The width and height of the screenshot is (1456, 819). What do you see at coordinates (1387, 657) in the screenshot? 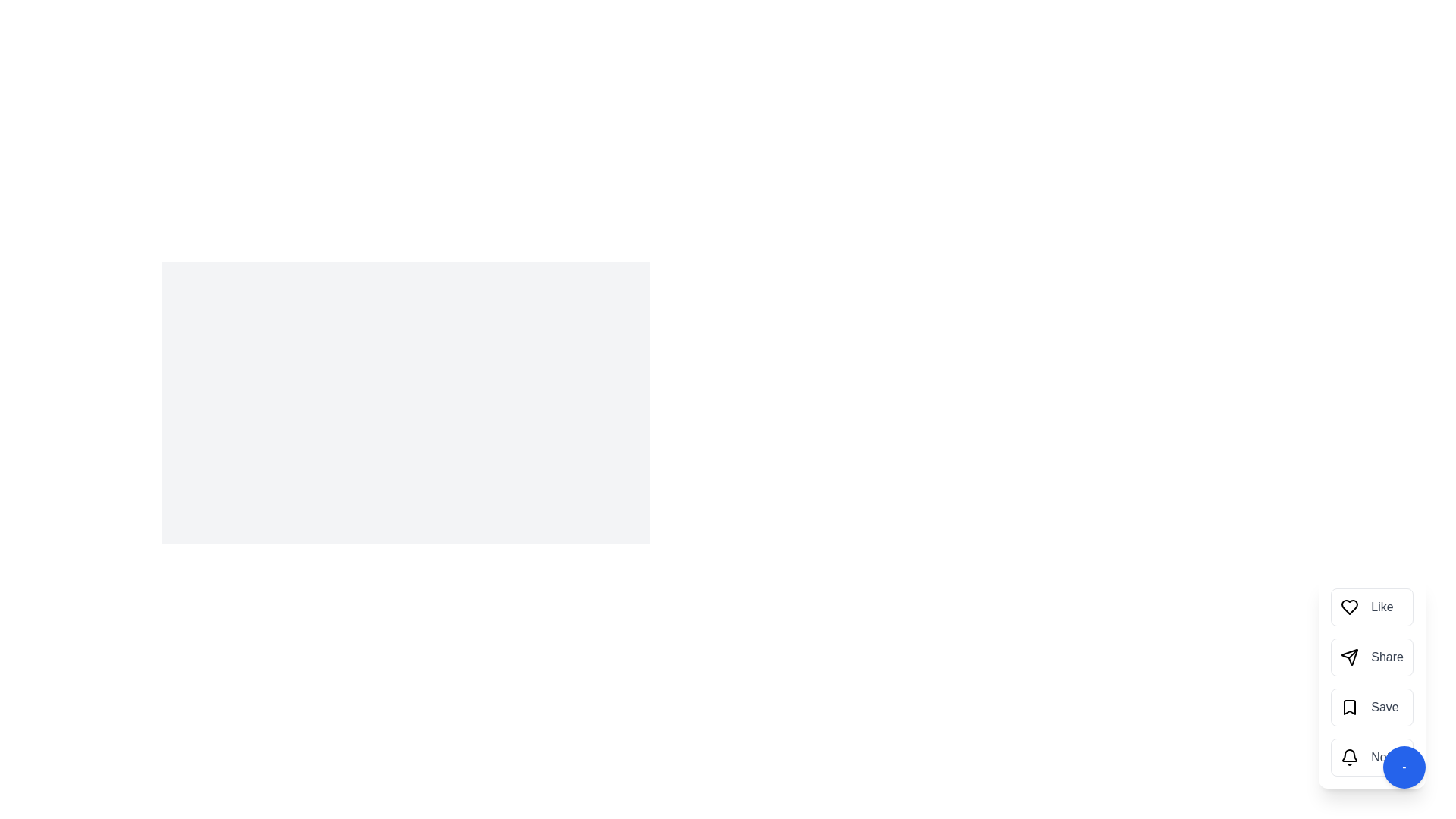
I see `the 'Share' button which displays the label 'Share' and is located in the second slot from the top in a vertical list of buttons on the right side of the interface, next to a paper plane icon` at bounding box center [1387, 657].